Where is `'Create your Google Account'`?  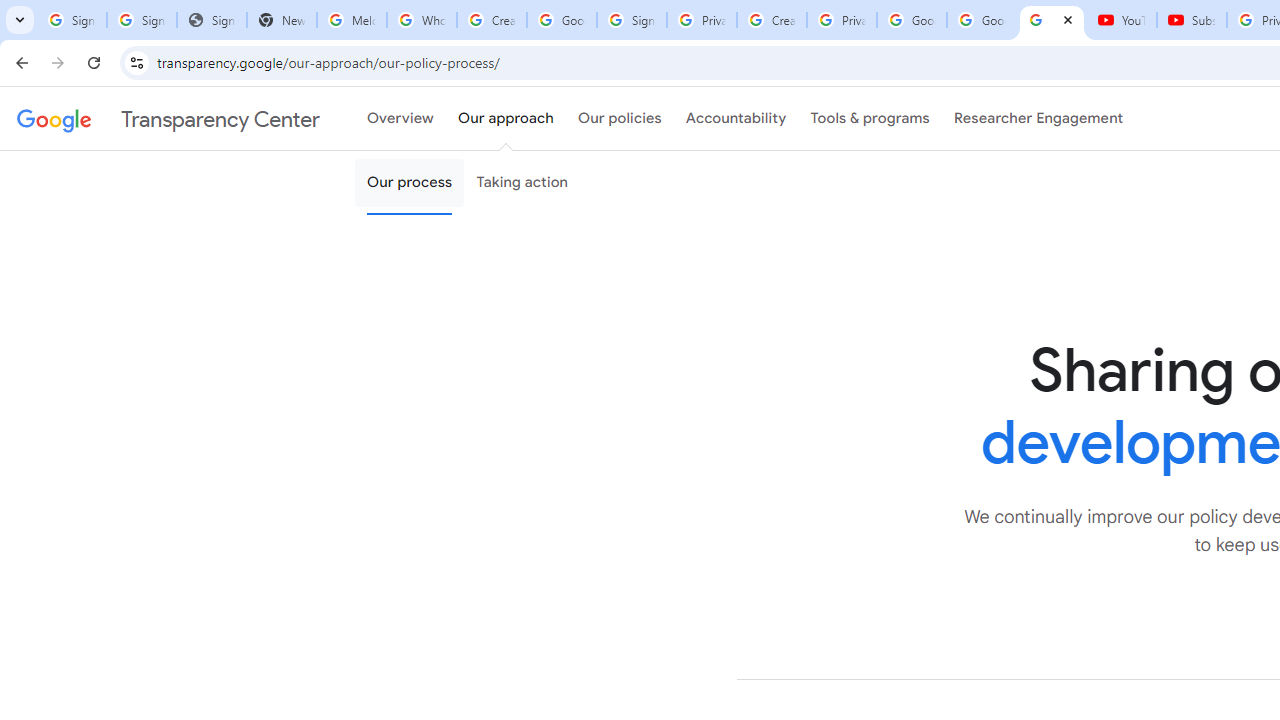
'Create your Google Account' is located at coordinates (492, 20).